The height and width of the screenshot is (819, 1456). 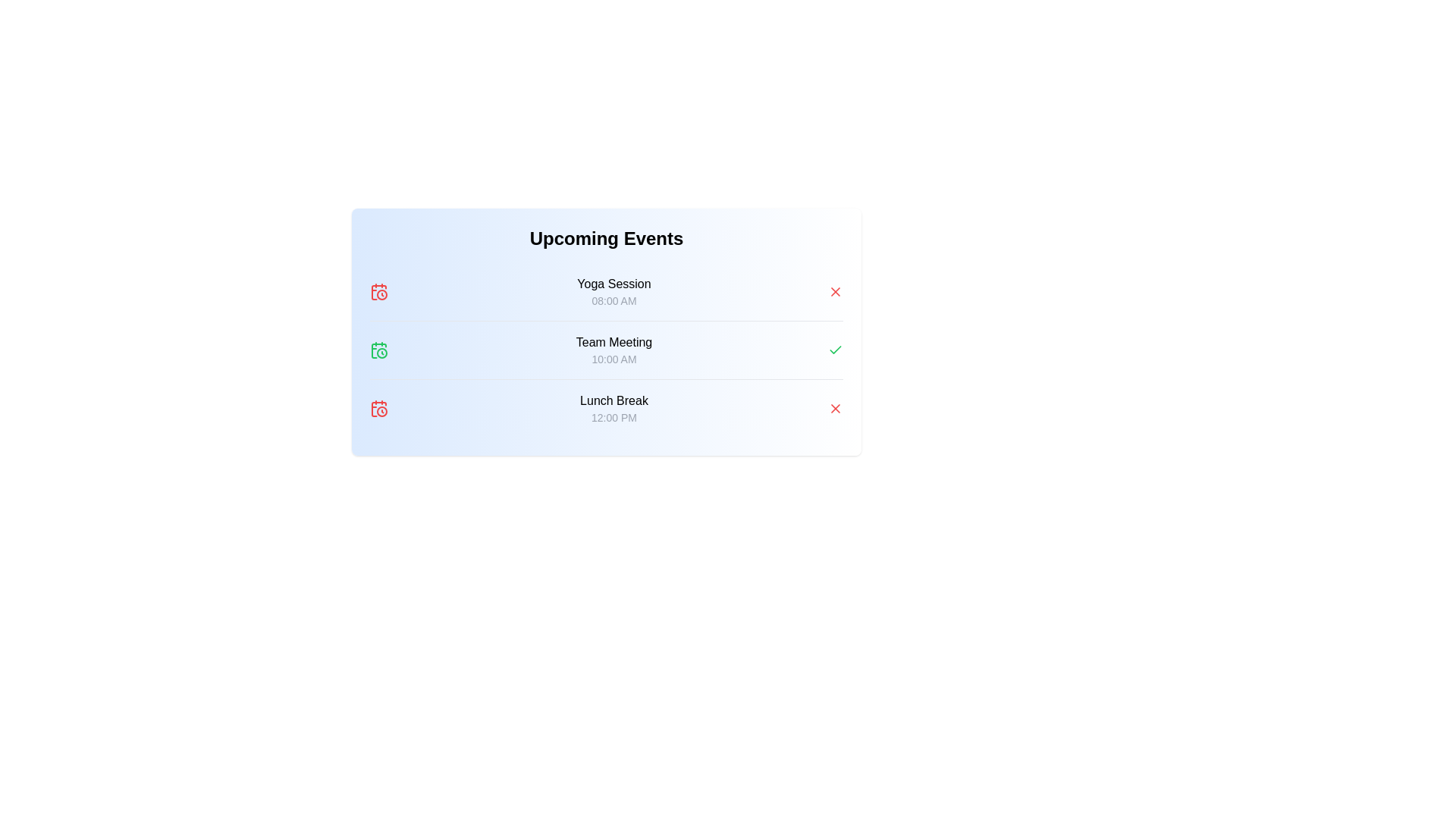 I want to click on to select or interact with the 'Team Meeting' event details displayed in the second position of the vertical event list, so click(x=614, y=350).